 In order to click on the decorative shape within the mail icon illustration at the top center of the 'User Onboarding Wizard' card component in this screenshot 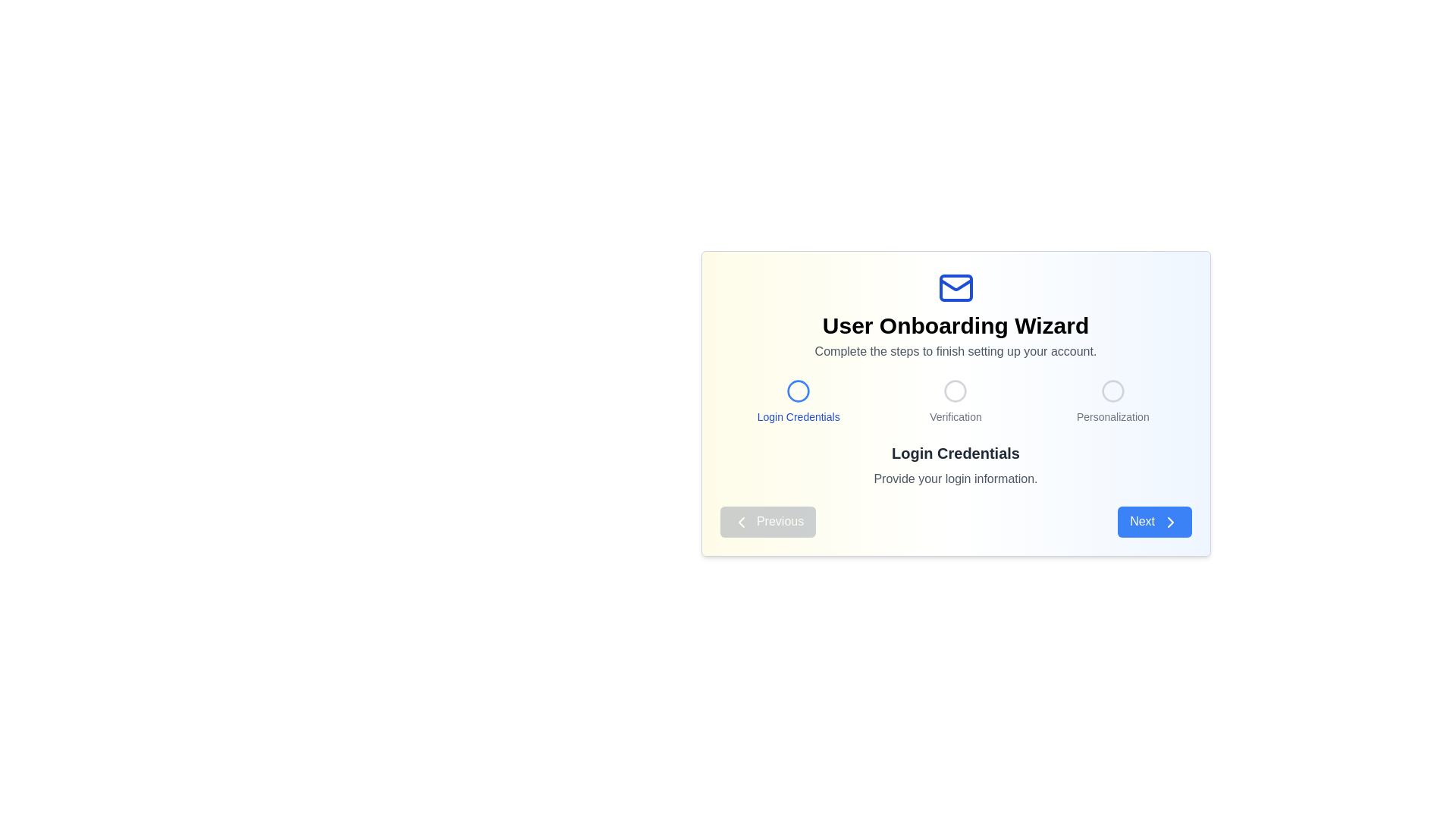, I will do `click(955, 288)`.